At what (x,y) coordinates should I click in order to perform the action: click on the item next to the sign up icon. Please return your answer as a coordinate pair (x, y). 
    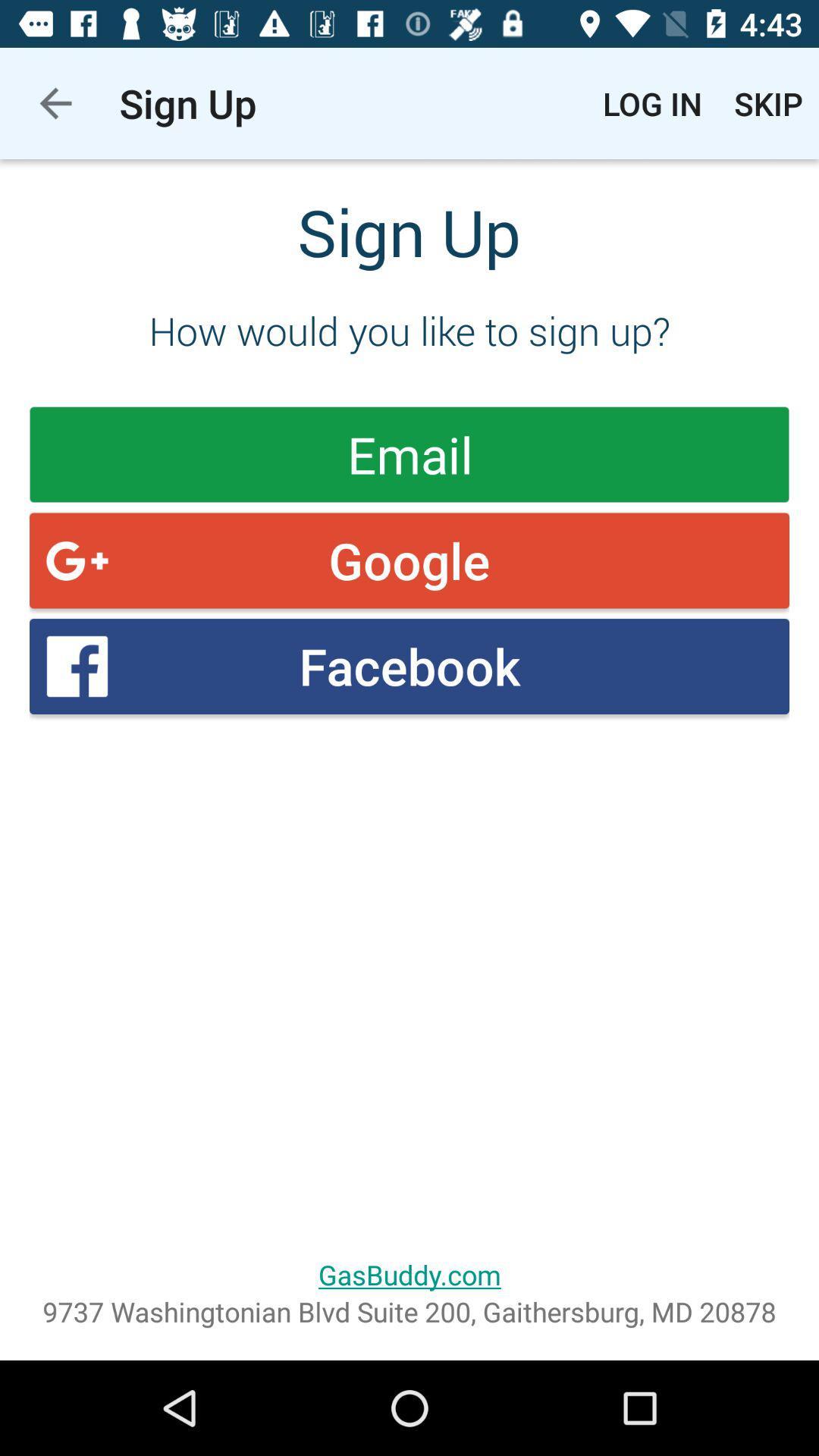
    Looking at the image, I should click on (651, 102).